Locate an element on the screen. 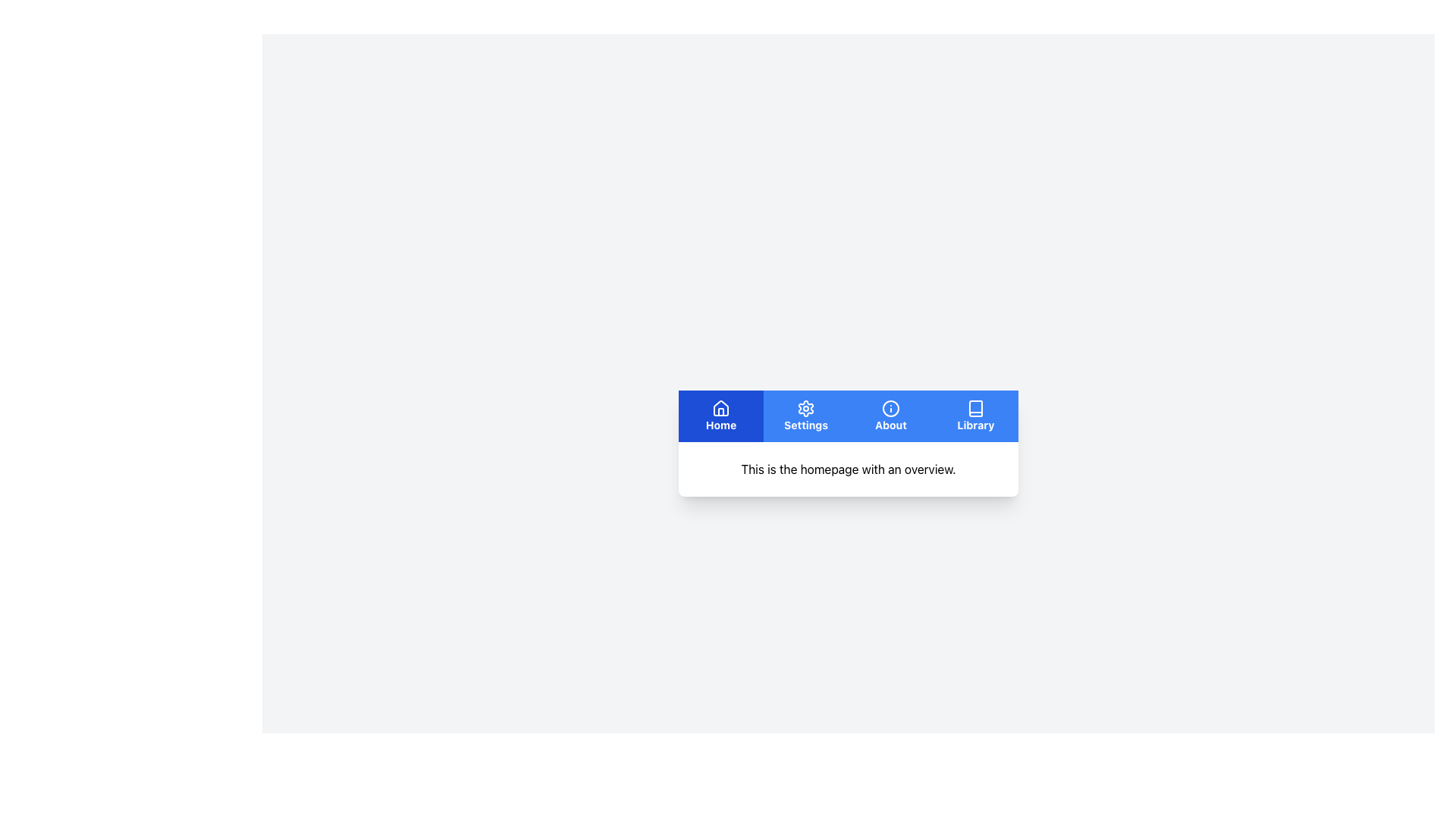  the 'About' icon located at the center of the navigation bar, which provides information about the application is located at coordinates (891, 408).